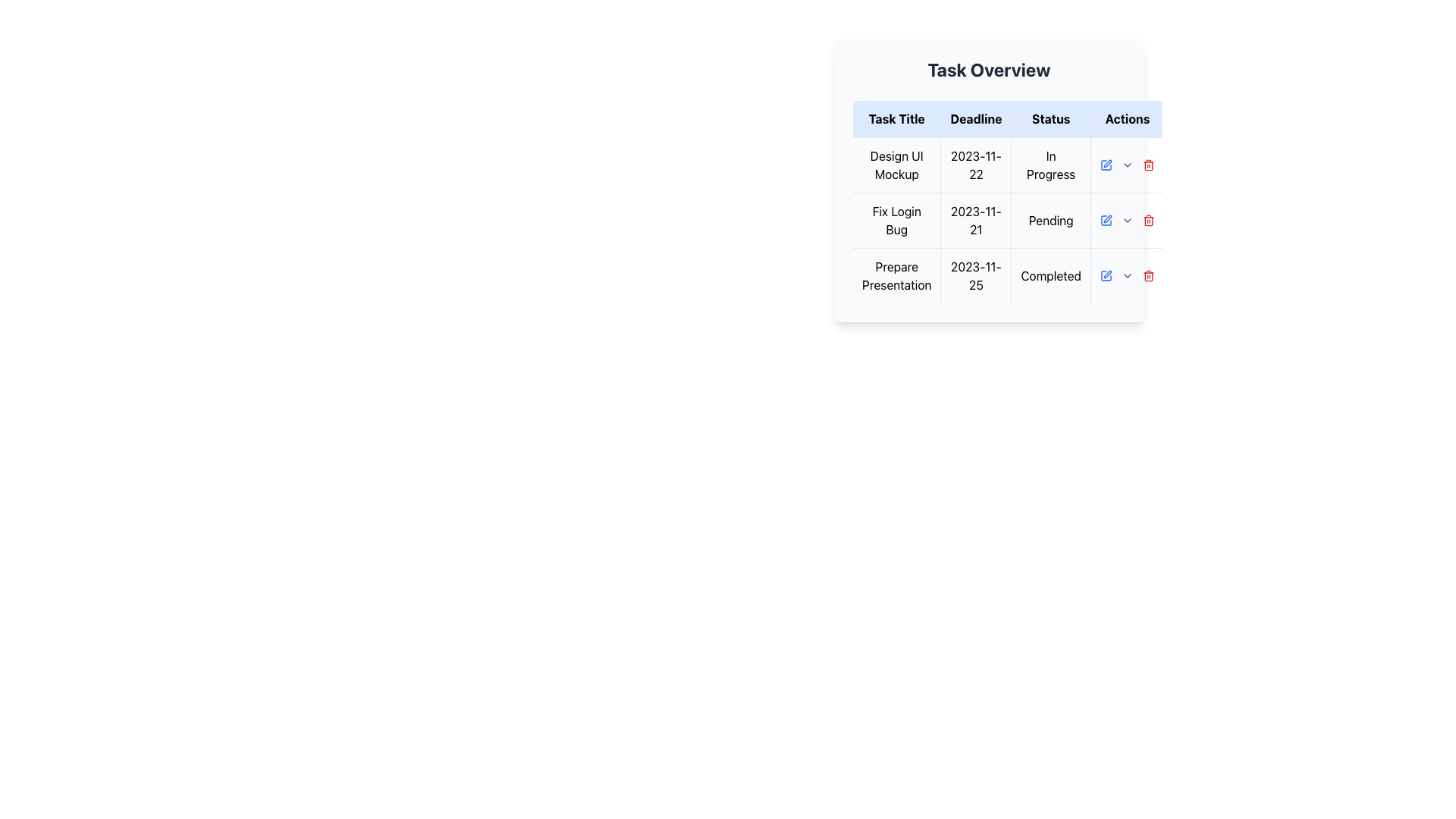 This screenshot has width=1456, height=819. Describe the element at coordinates (1106, 275) in the screenshot. I see `the blue-bordered square icon with a pen inside, located in the 'Actions' column of the third row labeled 'Prepare Presentation'` at that location.